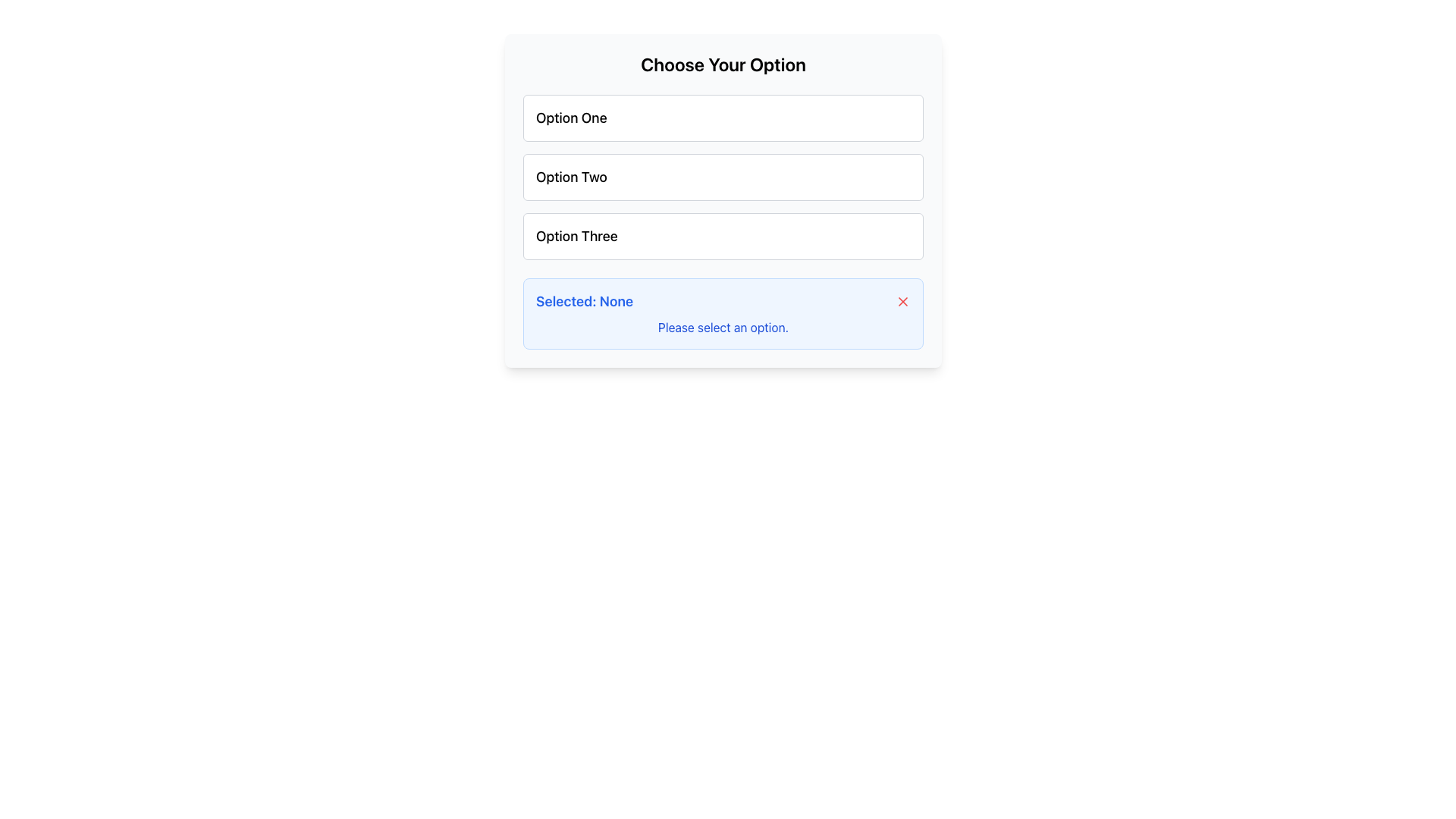 The image size is (1456, 819). What do you see at coordinates (584, 301) in the screenshot?
I see `the text label displaying 'Selected: None', which is styled in large, bold, blue font within a light blue box at the bottom left of the interface` at bounding box center [584, 301].